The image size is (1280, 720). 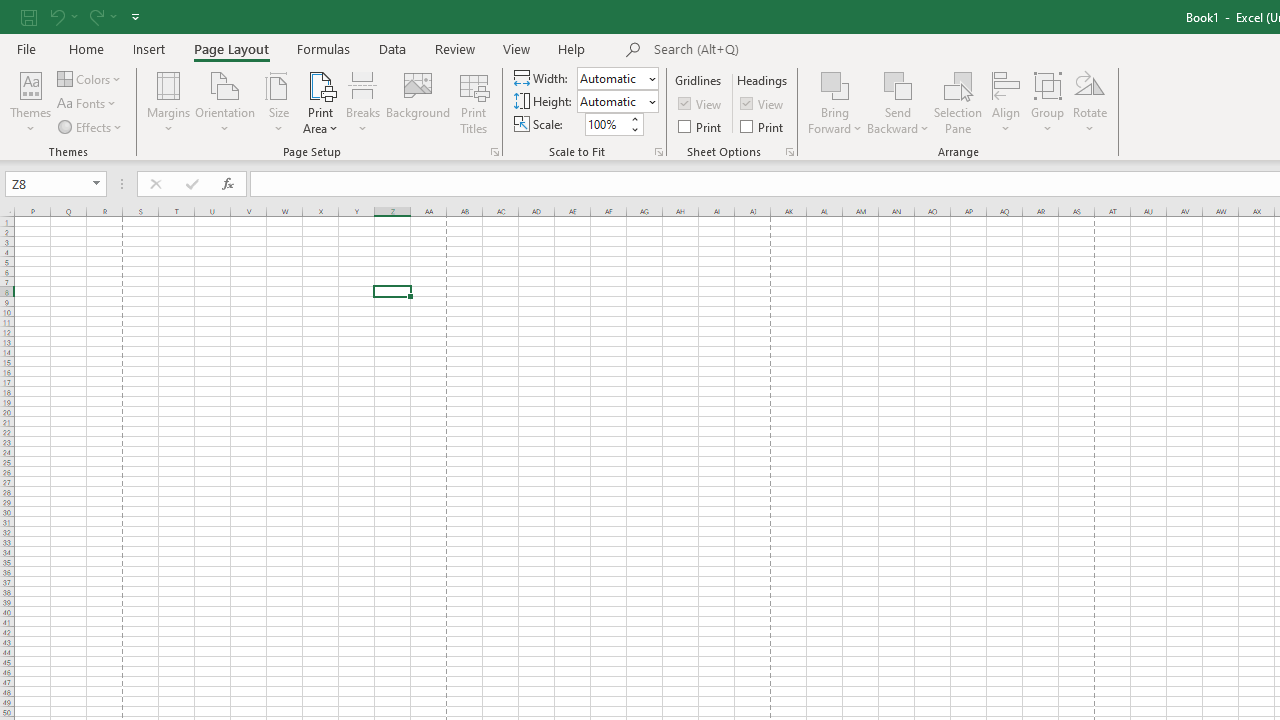 What do you see at coordinates (87, 103) in the screenshot?
I see `'Fonts'` at bounding box center [87, 103].